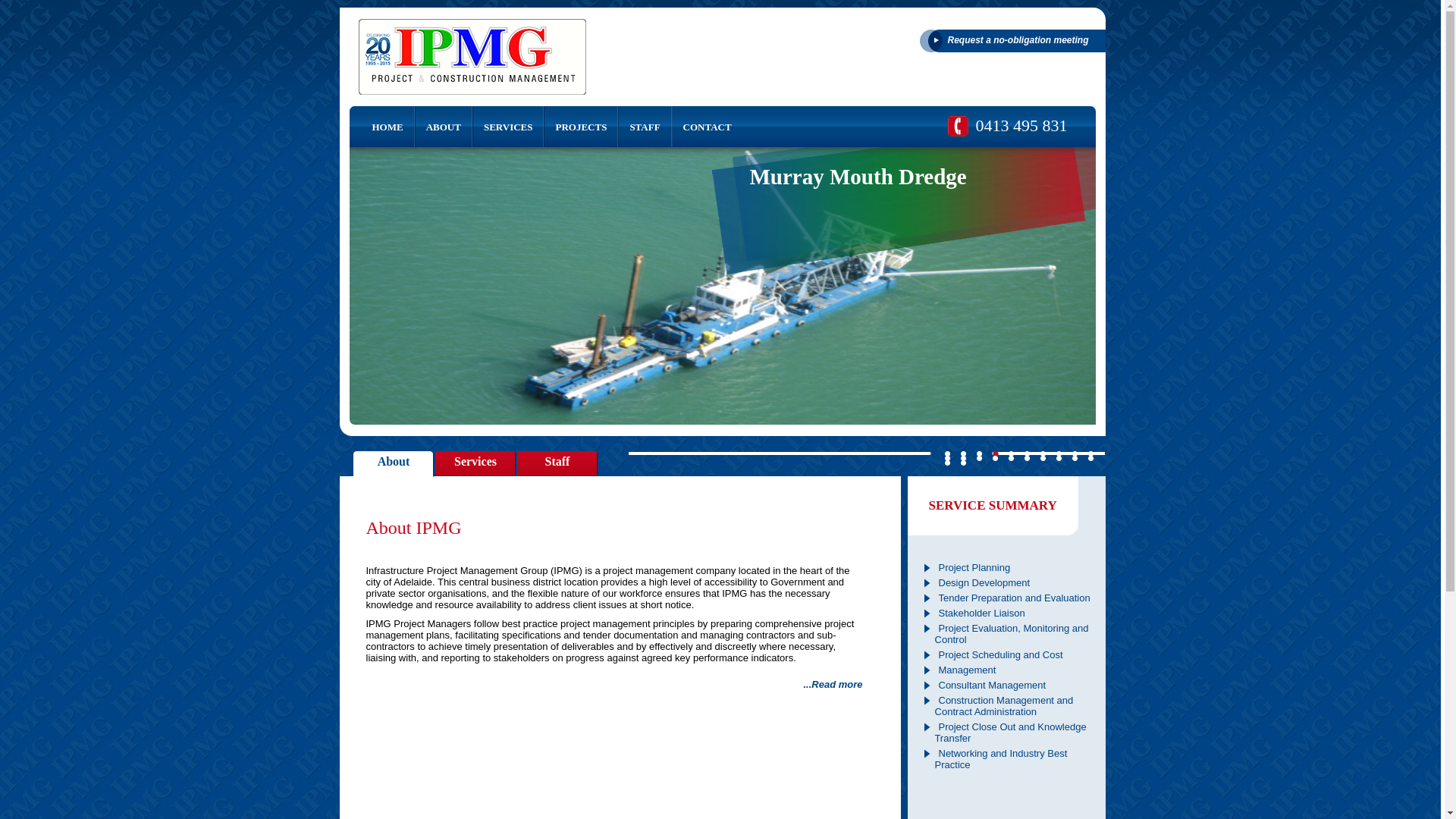 This screenshot has height=819, width=1456. What do you see at coordinates (1058, 452) in the screenshot?
I see `'8'` at bounding box center [1058, 452].